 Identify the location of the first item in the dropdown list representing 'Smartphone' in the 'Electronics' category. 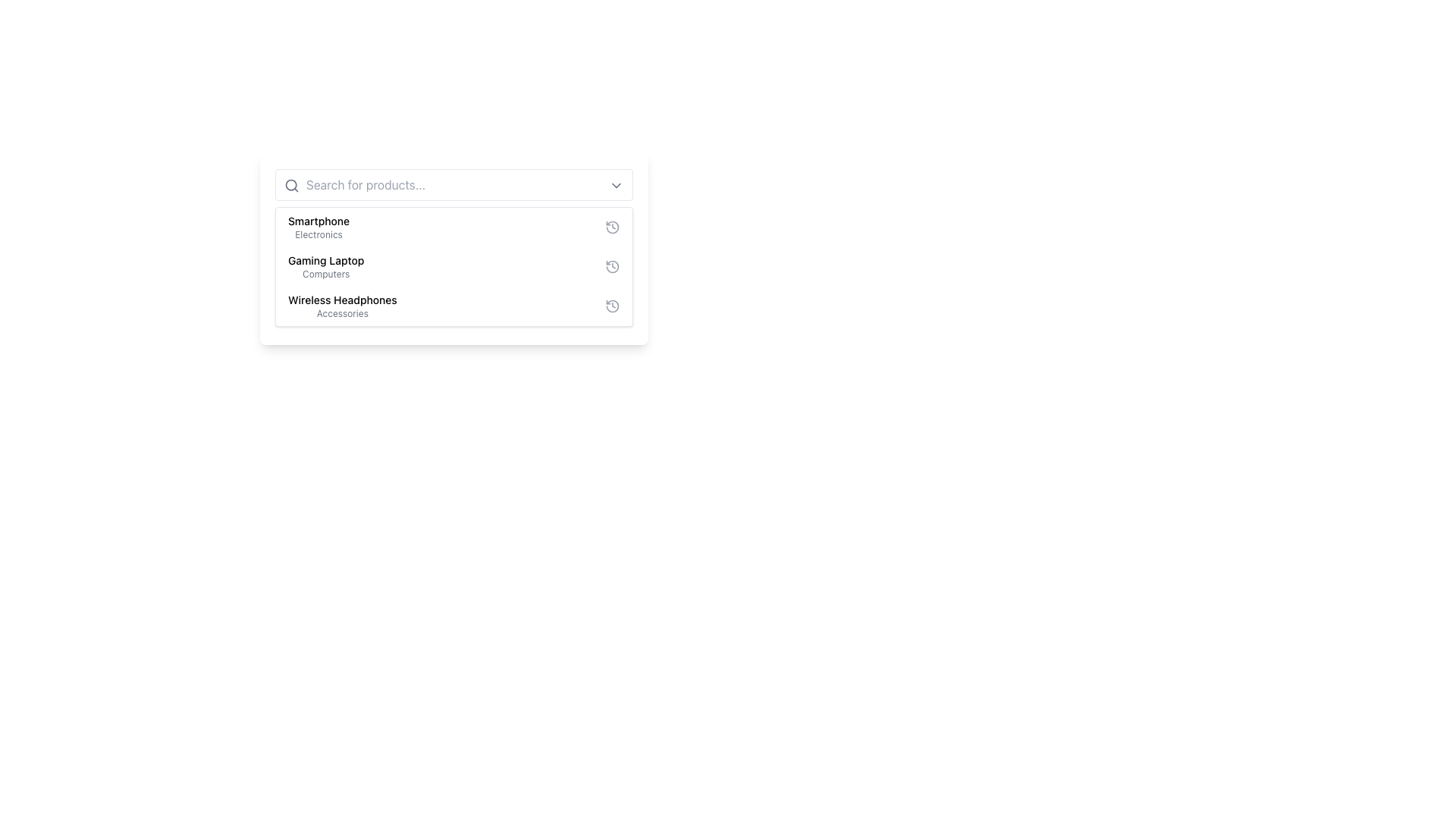
(318, 227).